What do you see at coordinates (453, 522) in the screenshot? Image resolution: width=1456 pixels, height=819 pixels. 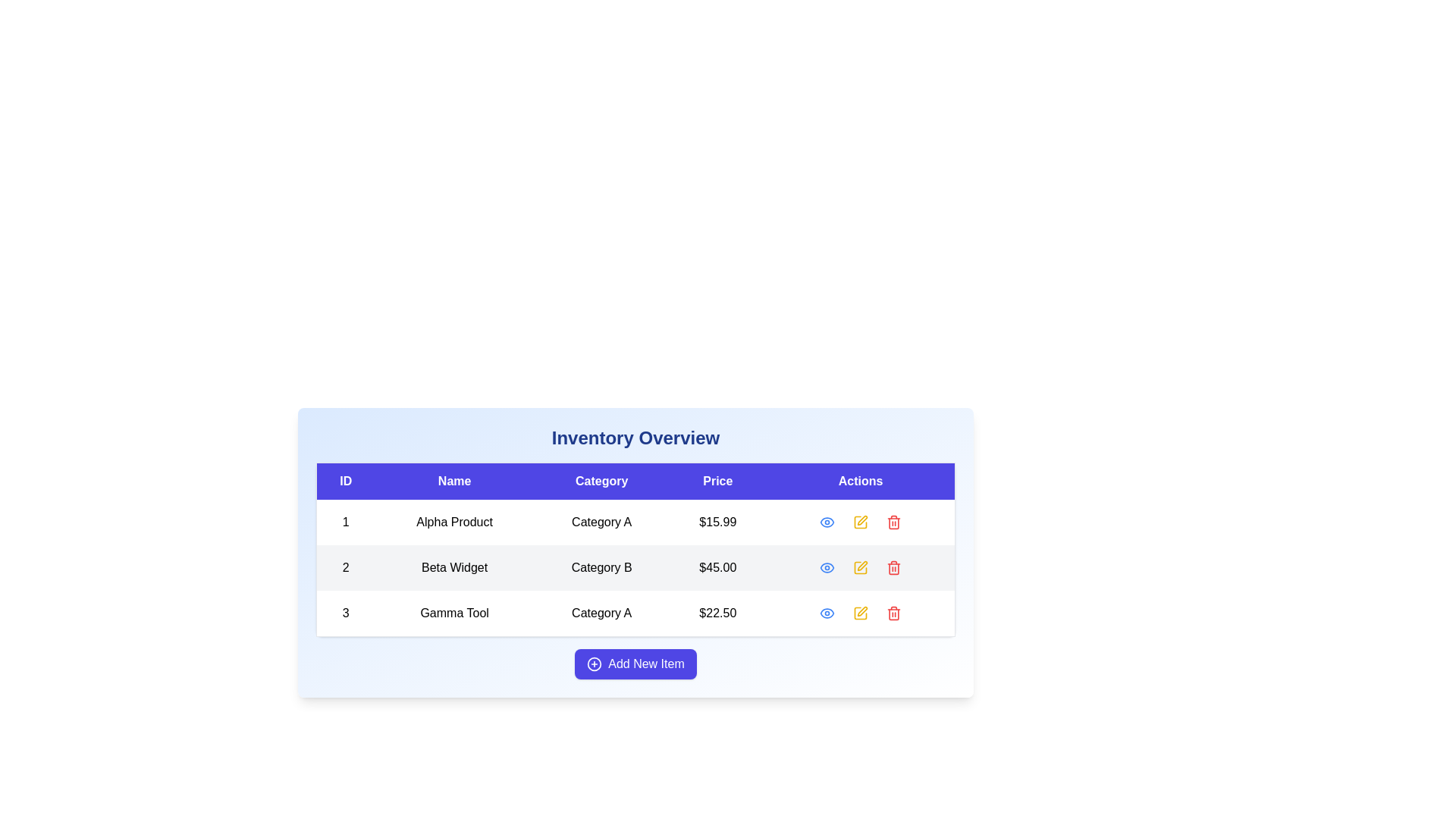 I see `text content of the text label displaying 'Alpha Product', located in the second column of the first row of the table under the 'Name' column heading` at bounding box center [453, 522].